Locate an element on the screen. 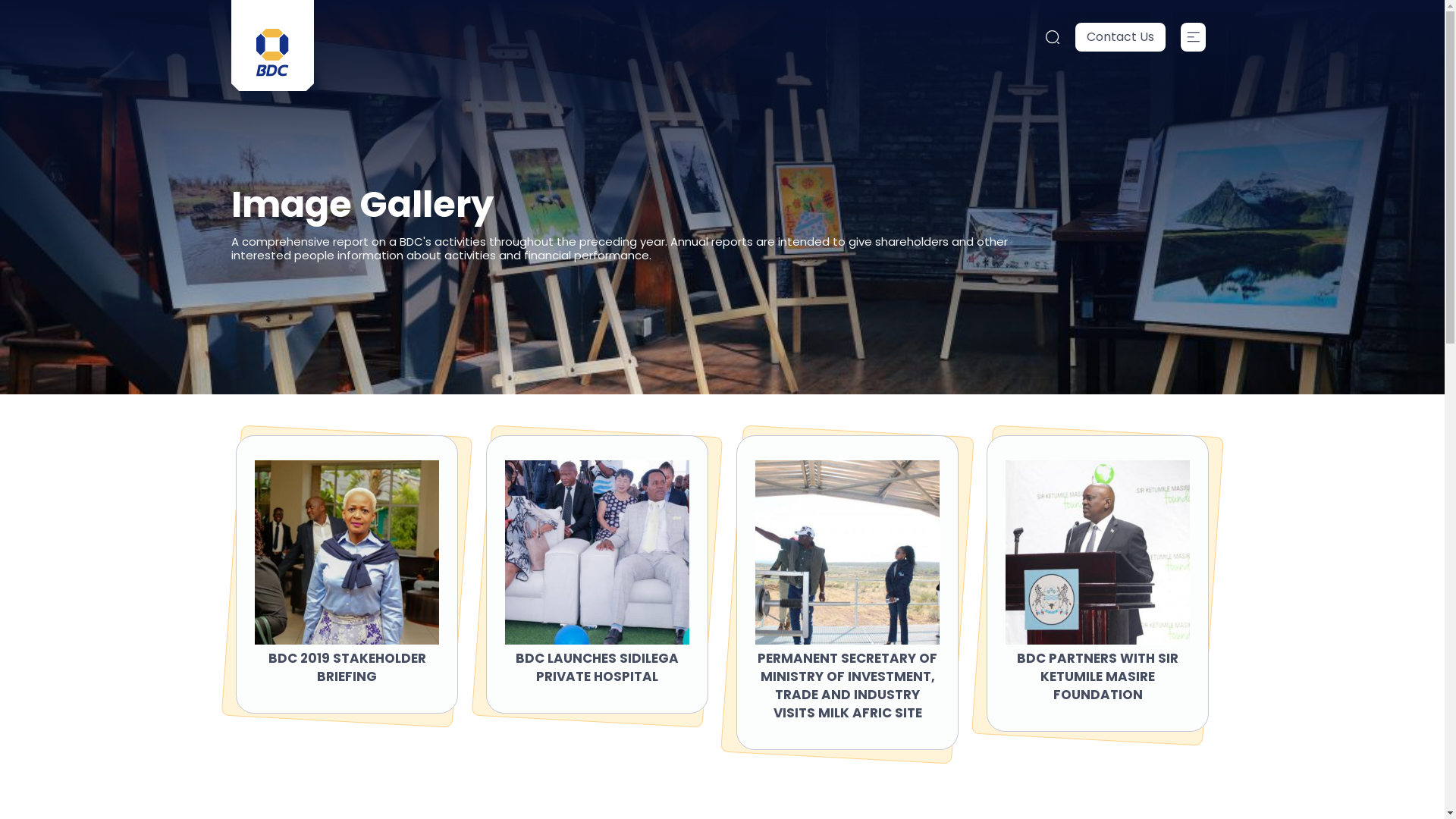 This screenshot has width=1456, height=819. 'BDC 2019 STAKEHOLDER BRIEFING' is located at coordinates (346, 666).